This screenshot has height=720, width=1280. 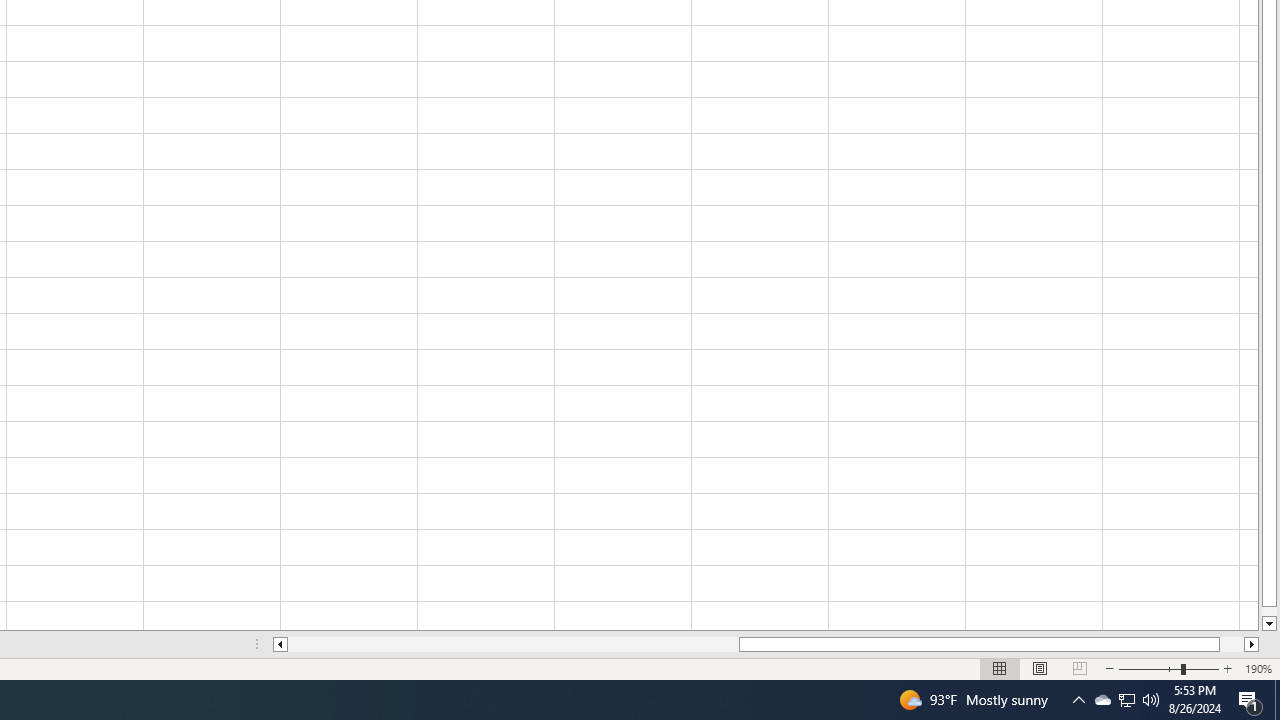 What do you see at coordinates (278, 644) in the screenshot?
I see `'Column left'` at bounding box center [278, 644].